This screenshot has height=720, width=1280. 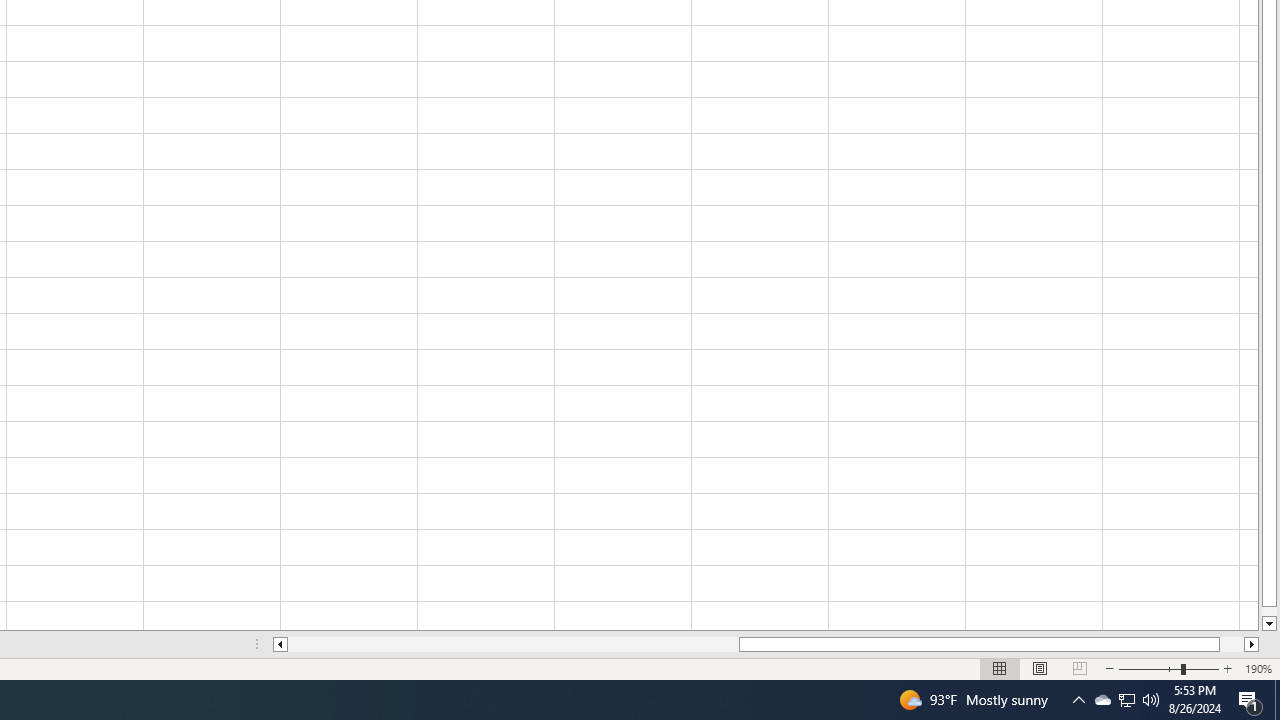 What do you see at coordinates (278, 644) in the screenshot?
I see `'Column left'` at bounding box center [278, 644].